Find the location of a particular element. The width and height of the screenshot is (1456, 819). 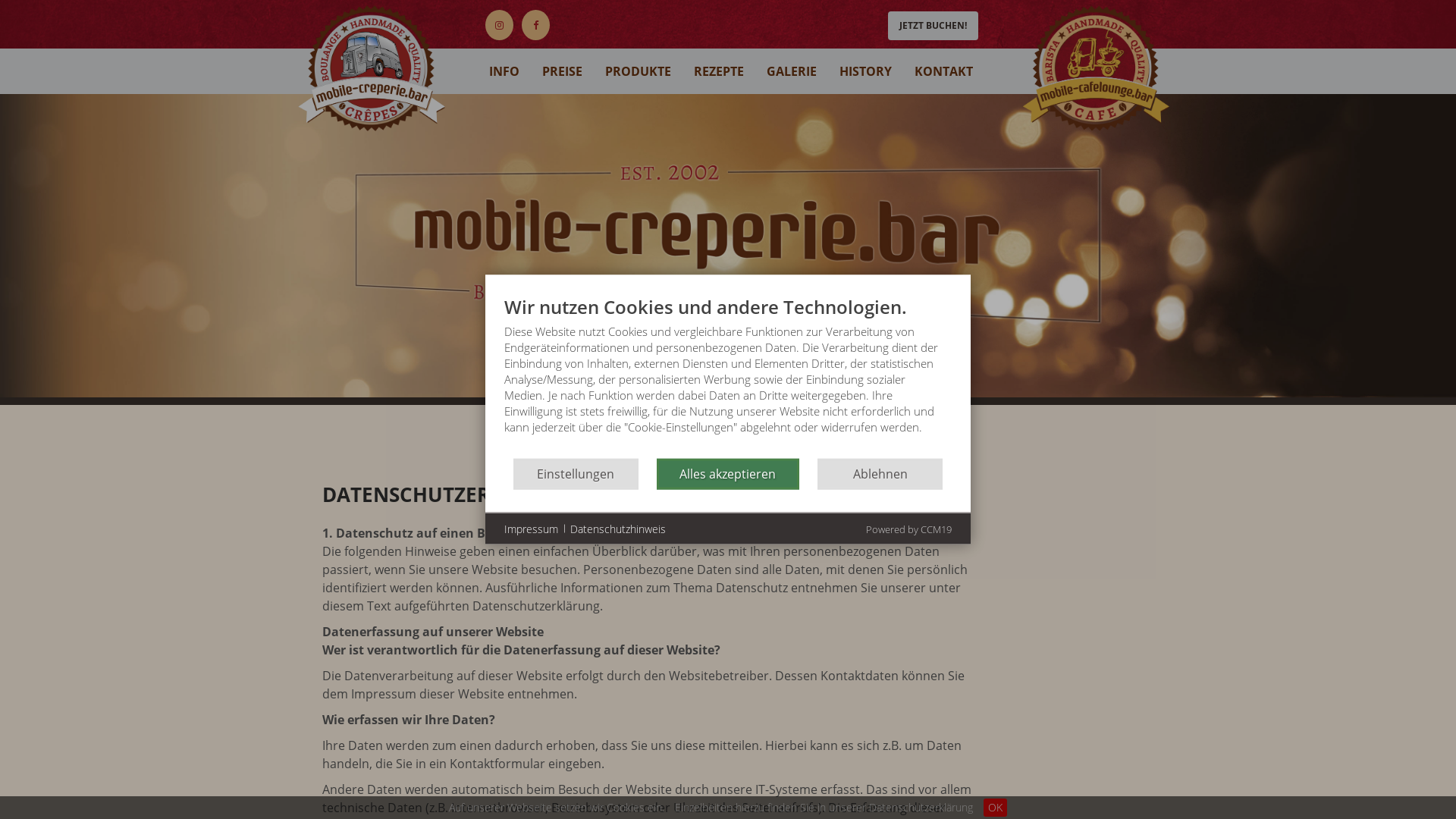

'INFO' is located at coordinates (504, 71).